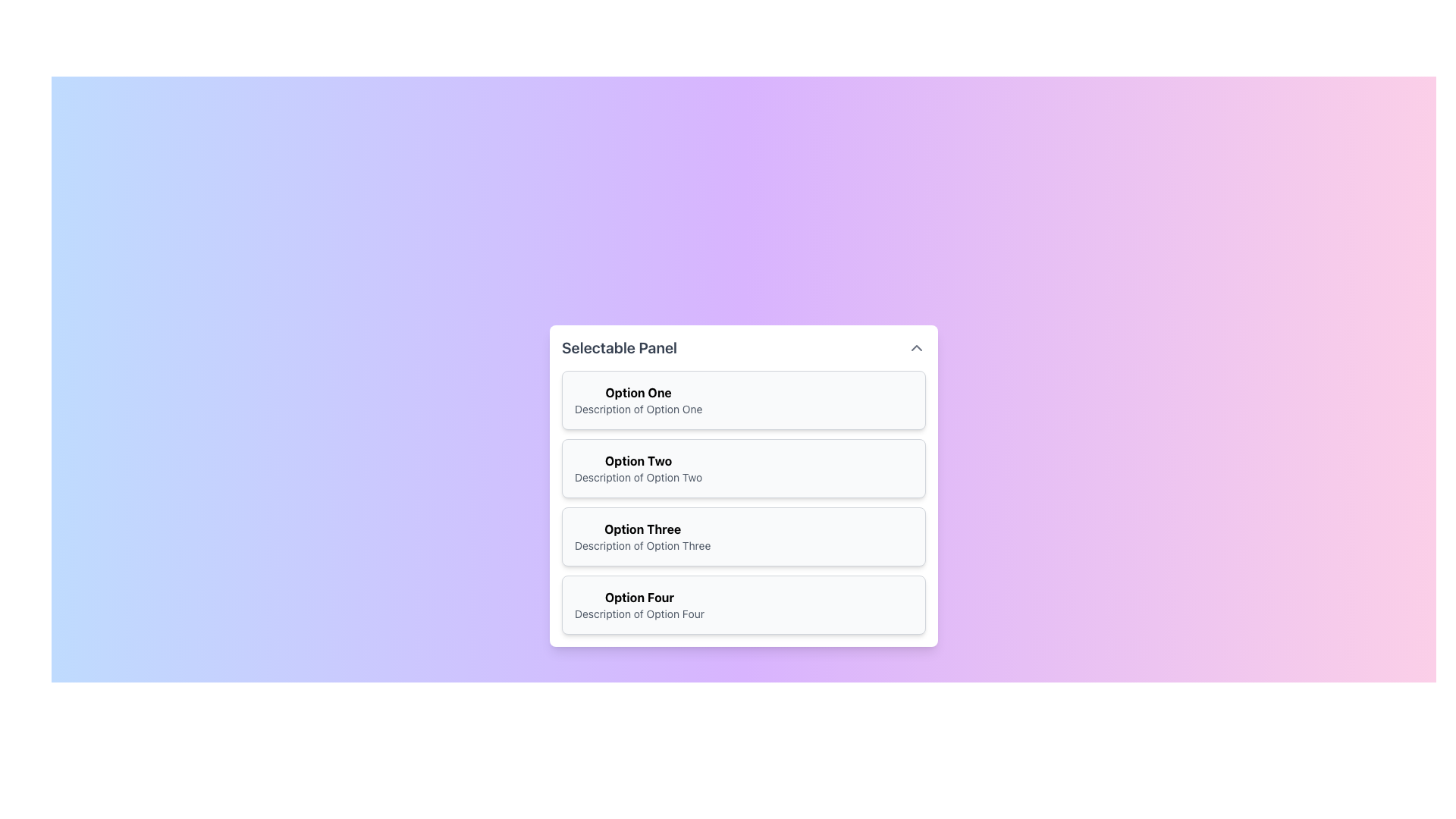 This screenshot has width=1456, height=819. What do you see at coordinates (639, 614) in the screenshot?
I see `the descriptive text label for 'Option Four' located beneath the title within the fourth card of the selectable panel` at bounding box center [639, 614].